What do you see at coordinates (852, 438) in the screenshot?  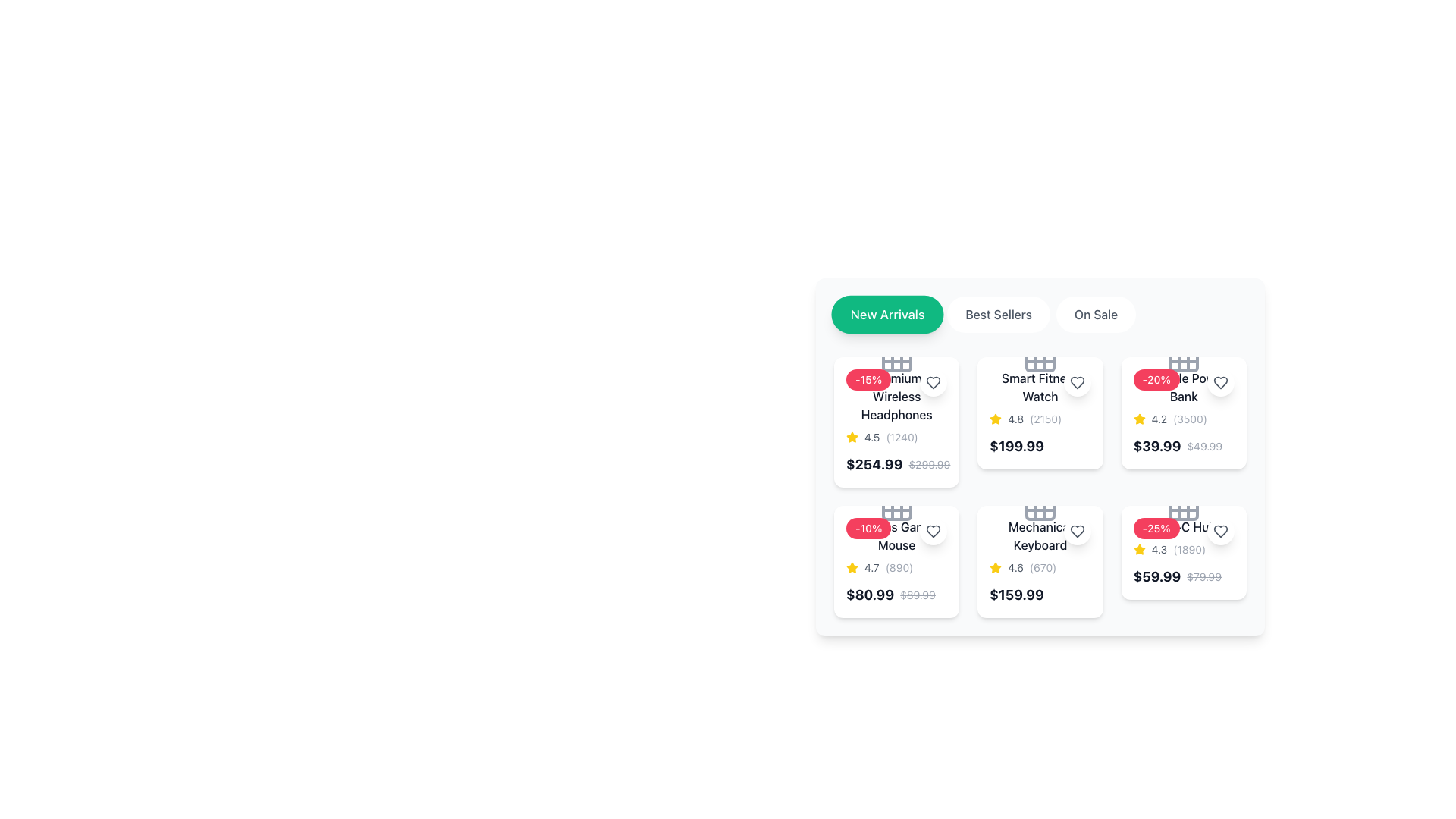 I see `the yellow star icon that indicates a rating, located at the beginning of the rating section with a numerical rating of 4.5 and a review count of 1240` at bounding box center [852, 438].